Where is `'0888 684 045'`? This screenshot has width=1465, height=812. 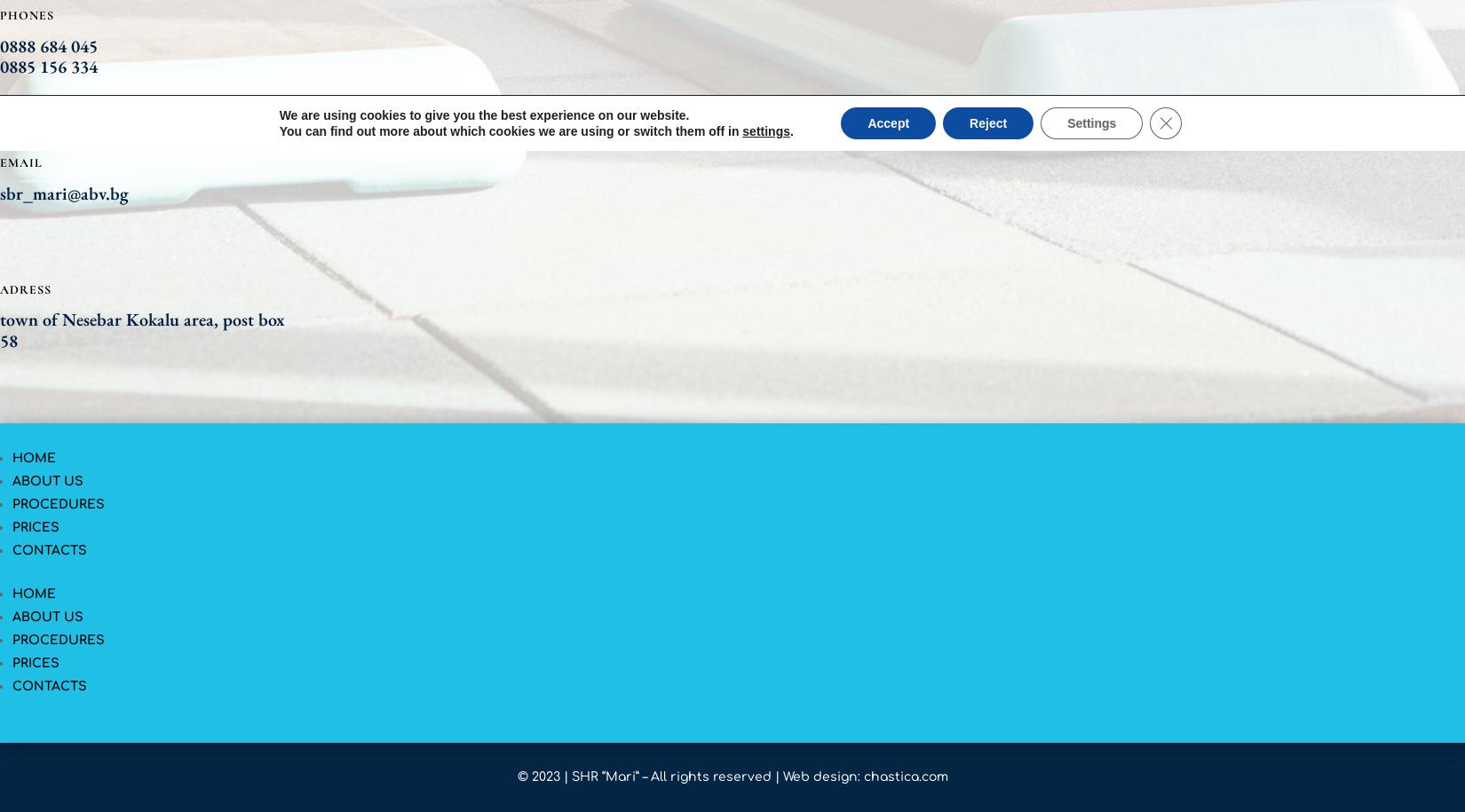
'0888 684 045' is located at coordinates (48, 44).